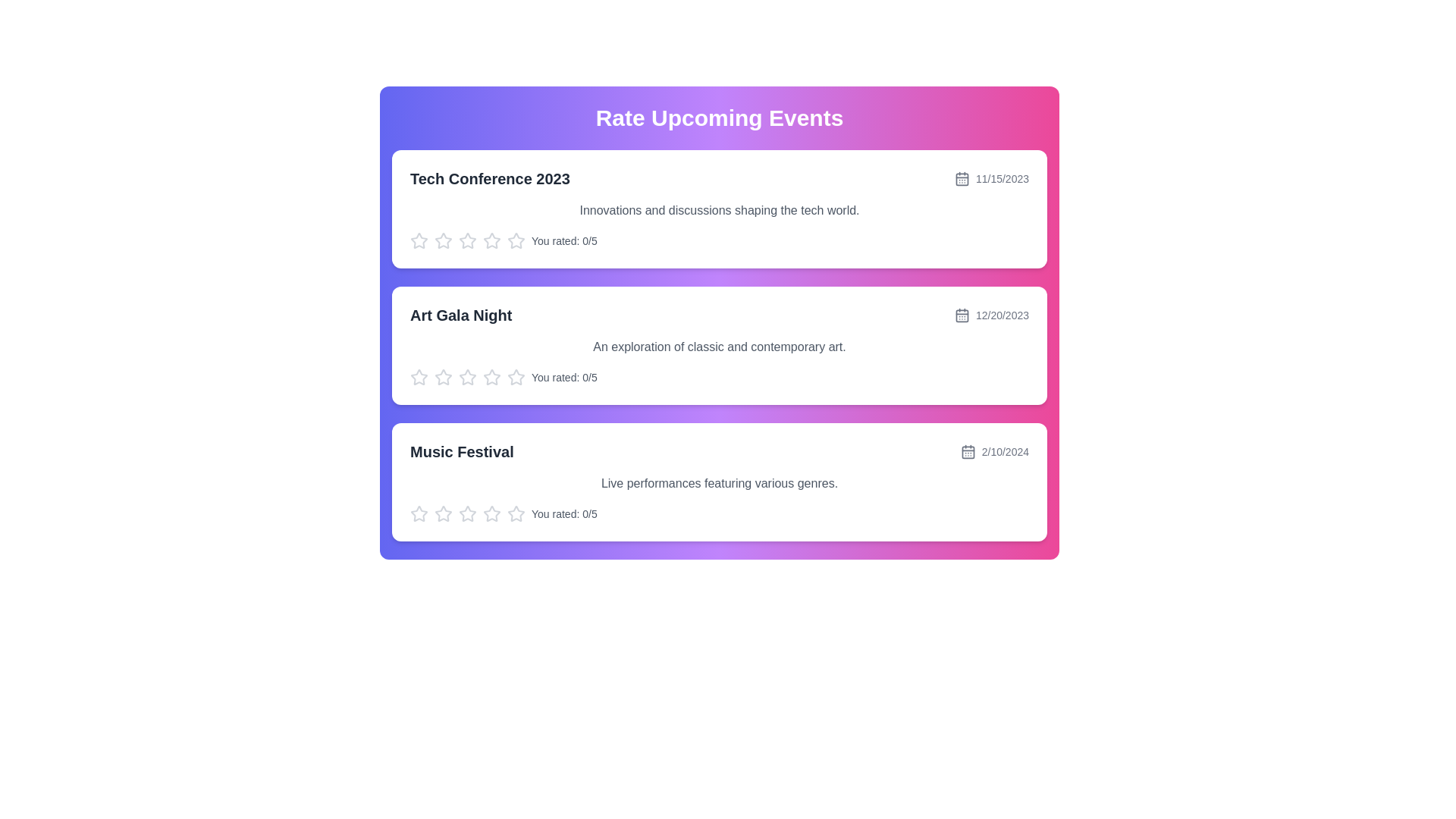 The image size is (1456, 819). I want to click on the fifth star icon, so click(491, 513).